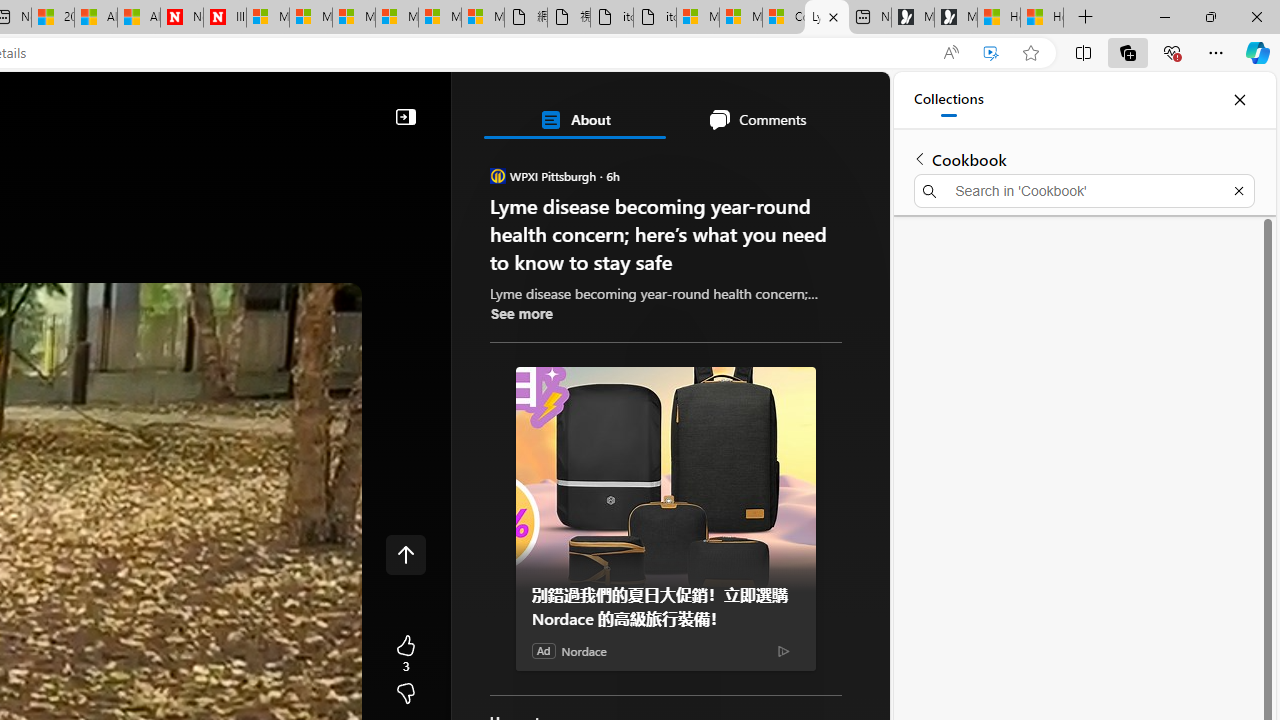  I want to click on 'Enhance video', so click(991, 52).